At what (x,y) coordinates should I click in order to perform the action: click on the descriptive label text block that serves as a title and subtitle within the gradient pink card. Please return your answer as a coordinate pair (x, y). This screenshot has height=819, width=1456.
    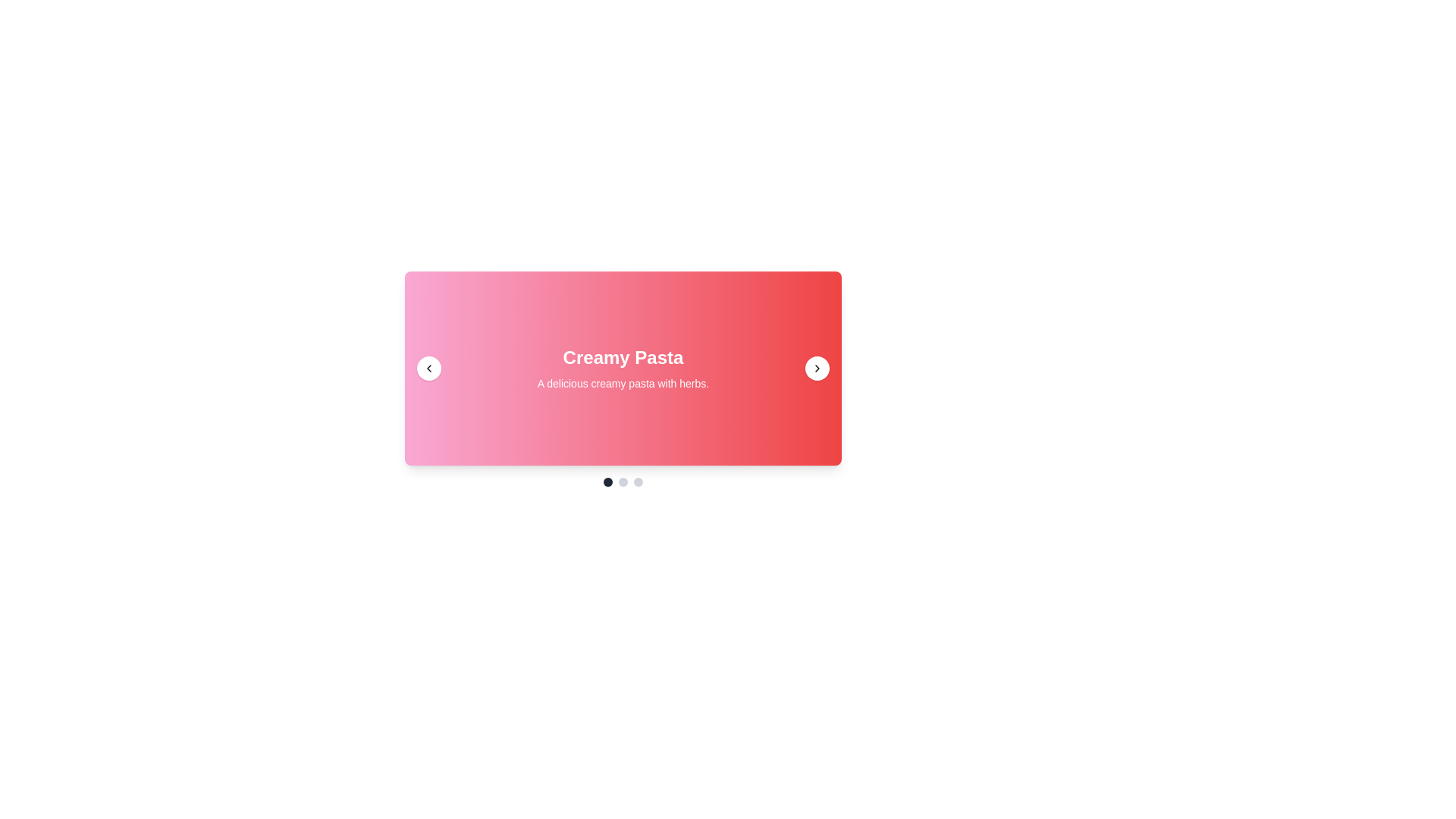
    Looking at the image, I should click on (623, 369).